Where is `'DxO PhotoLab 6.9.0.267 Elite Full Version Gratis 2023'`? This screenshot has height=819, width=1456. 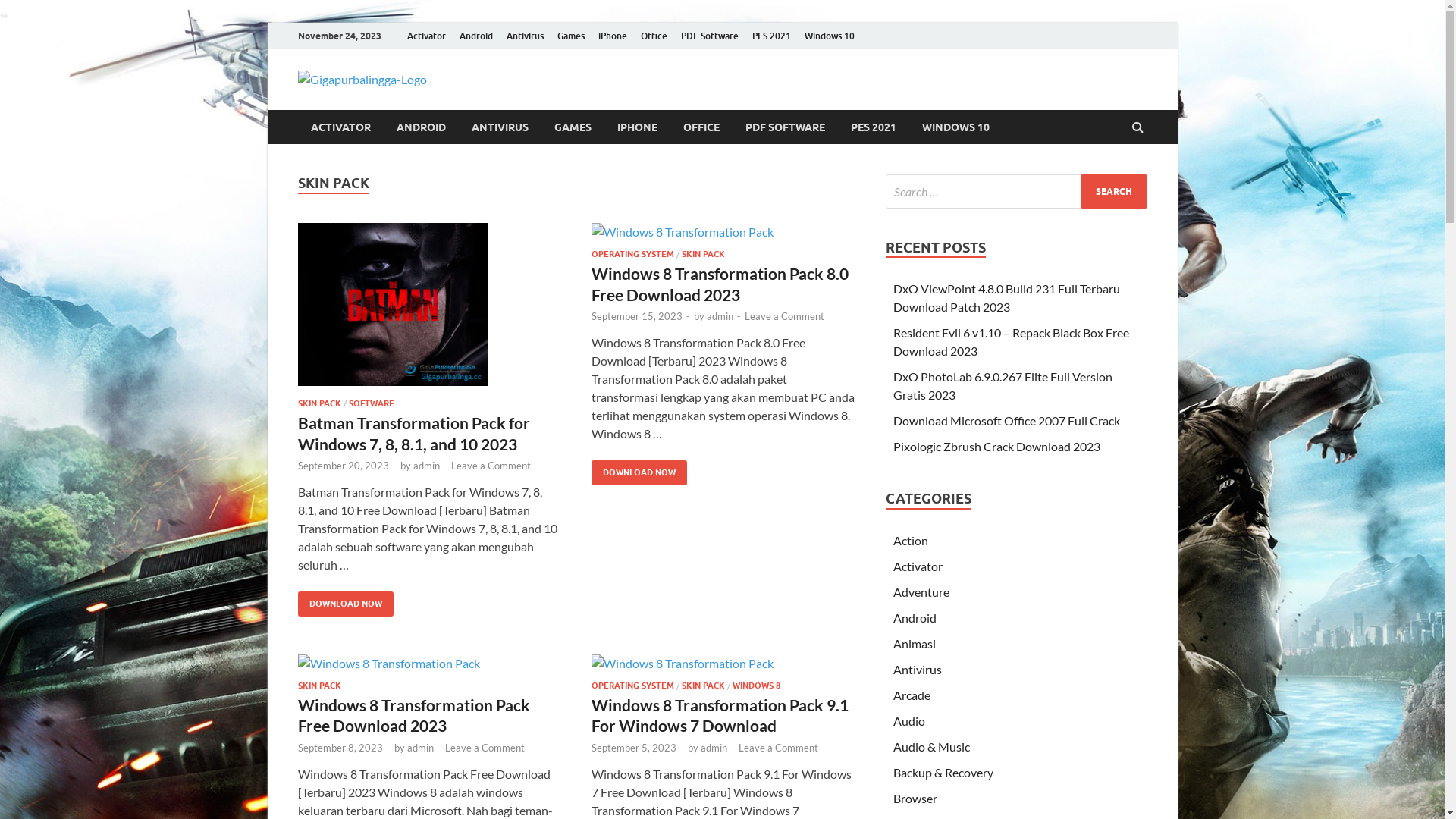
'DxO PhotoLab 6.9.0.267 Elite Full Version Gratis 2023' is located at coordinates (1003, 384).